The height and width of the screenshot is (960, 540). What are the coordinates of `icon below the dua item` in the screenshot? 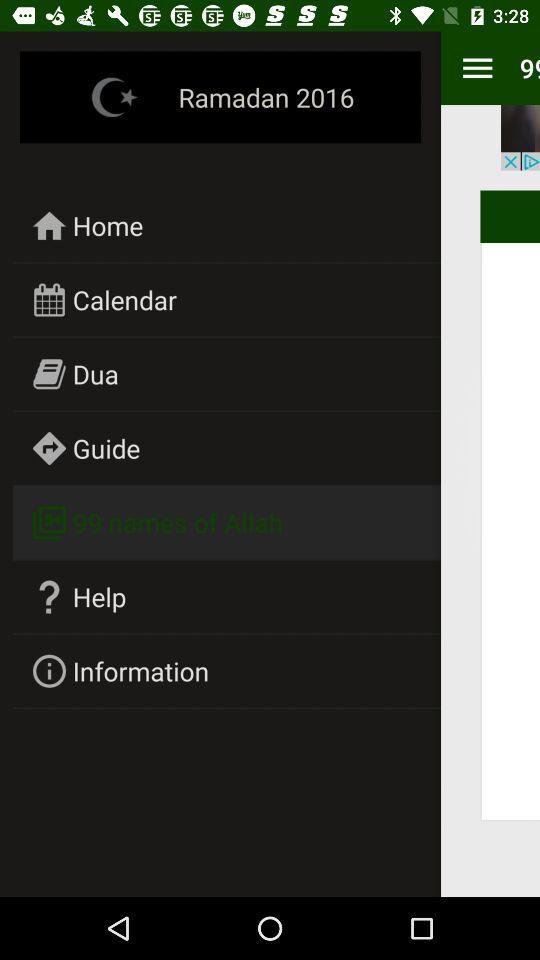 It's located at (106, 448).